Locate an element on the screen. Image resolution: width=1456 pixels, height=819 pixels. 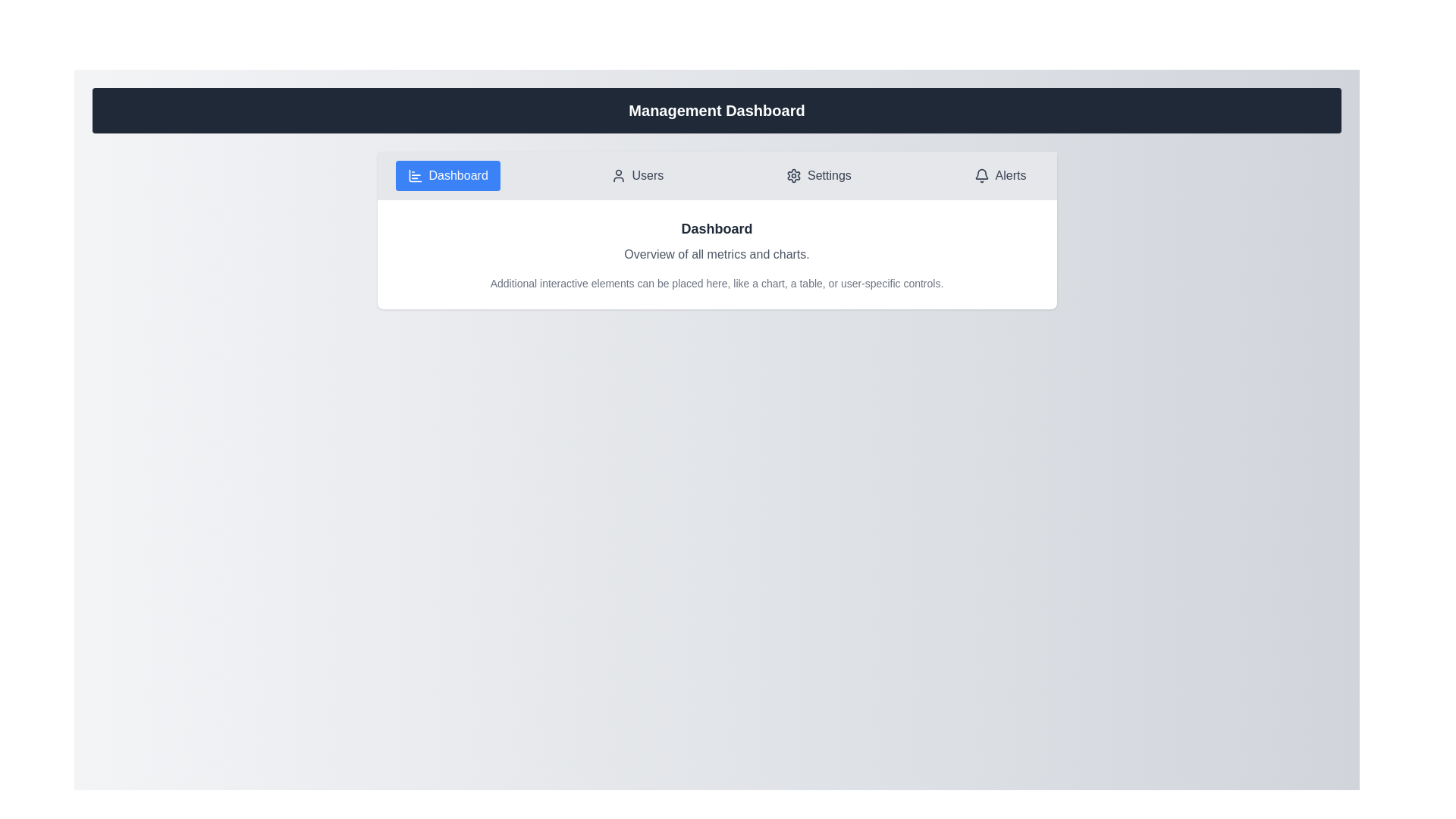
the Settings tab to navigate to its content is located at coordinates (818, 174).